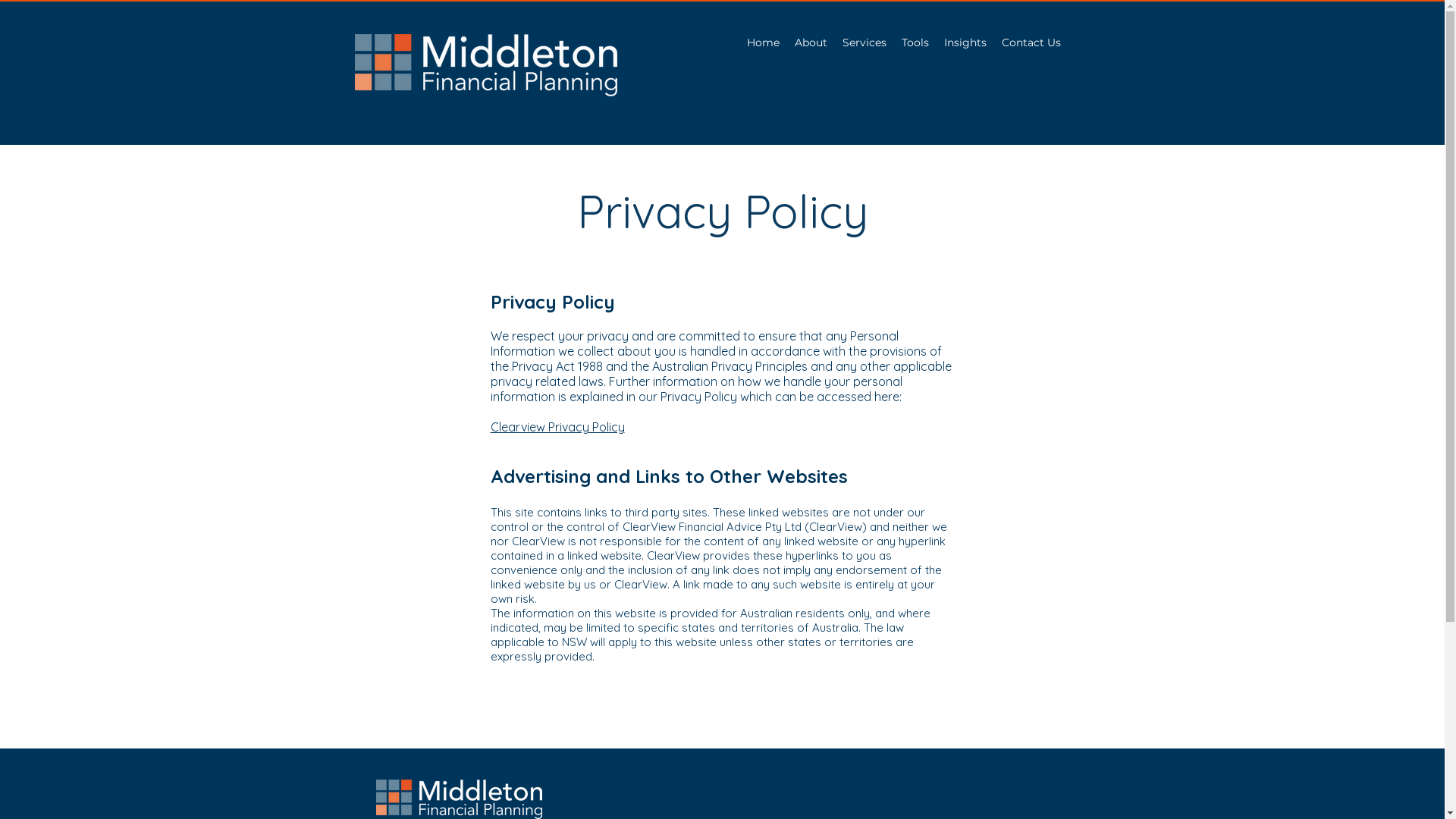  I want to click on 'About', so click(786, 42).